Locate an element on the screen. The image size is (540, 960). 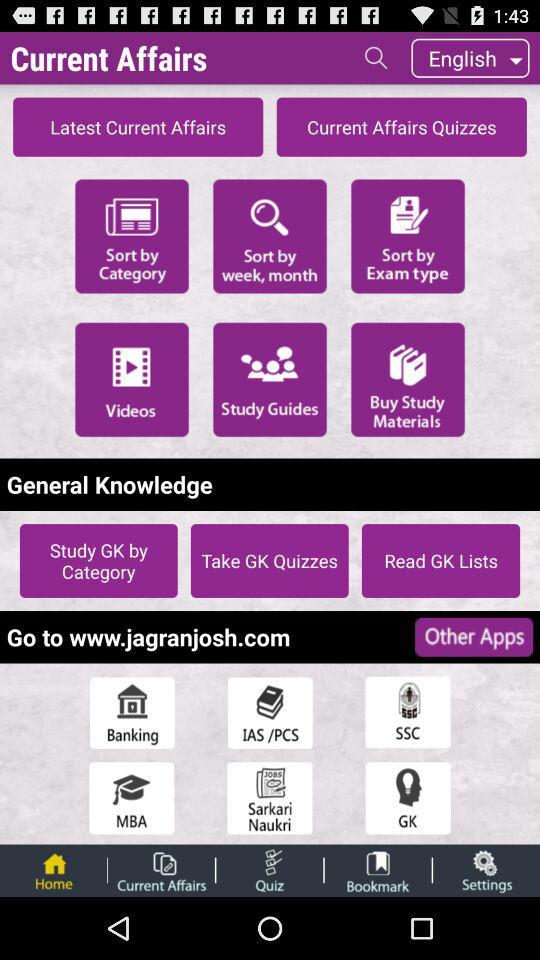
sort options is located at coordinates (270, 235).